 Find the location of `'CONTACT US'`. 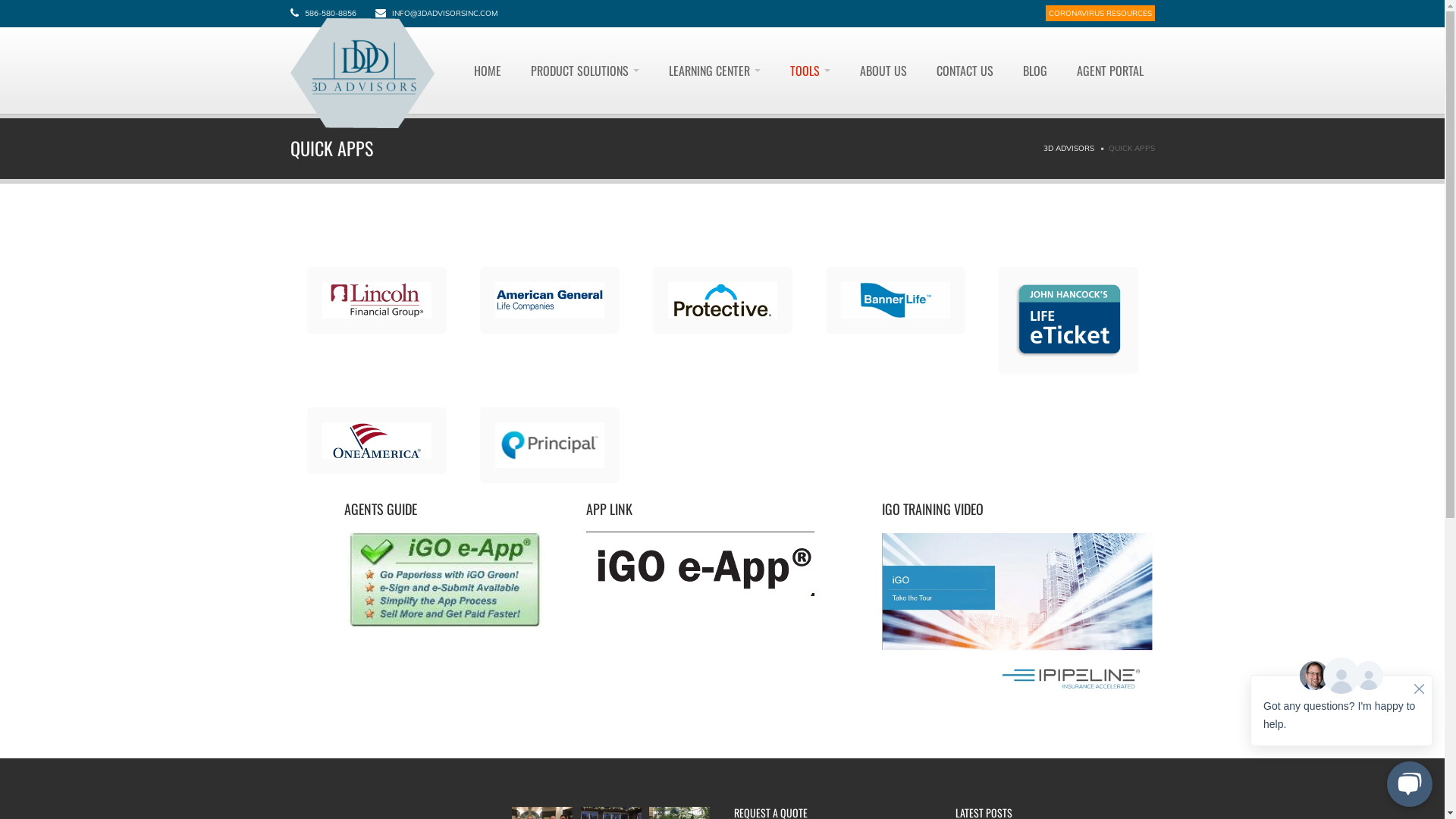

'CONTACT US' is located at coordinates (964, 70).